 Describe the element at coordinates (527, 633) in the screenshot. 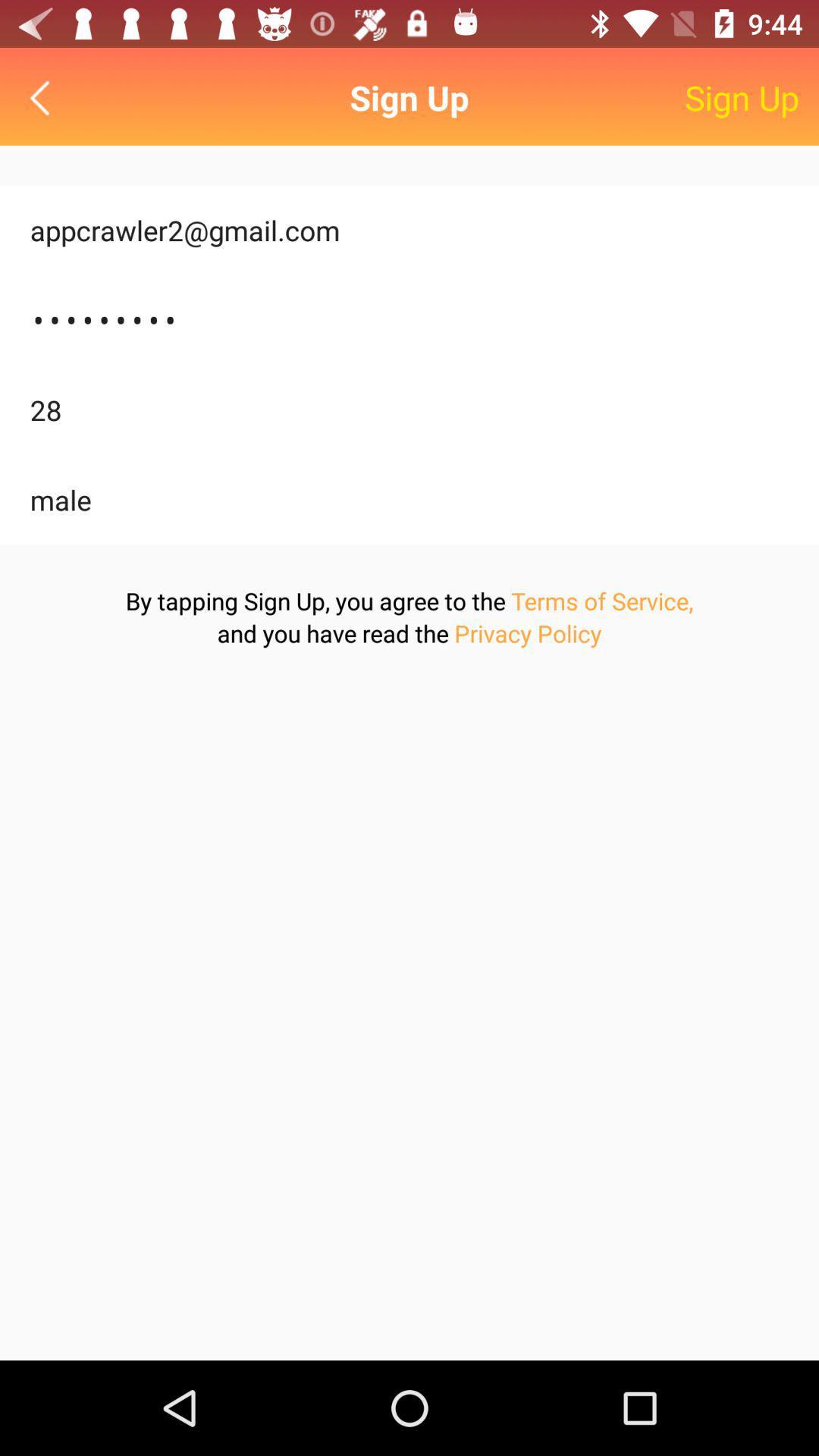

I see `item to the right of the and you have` at that location.